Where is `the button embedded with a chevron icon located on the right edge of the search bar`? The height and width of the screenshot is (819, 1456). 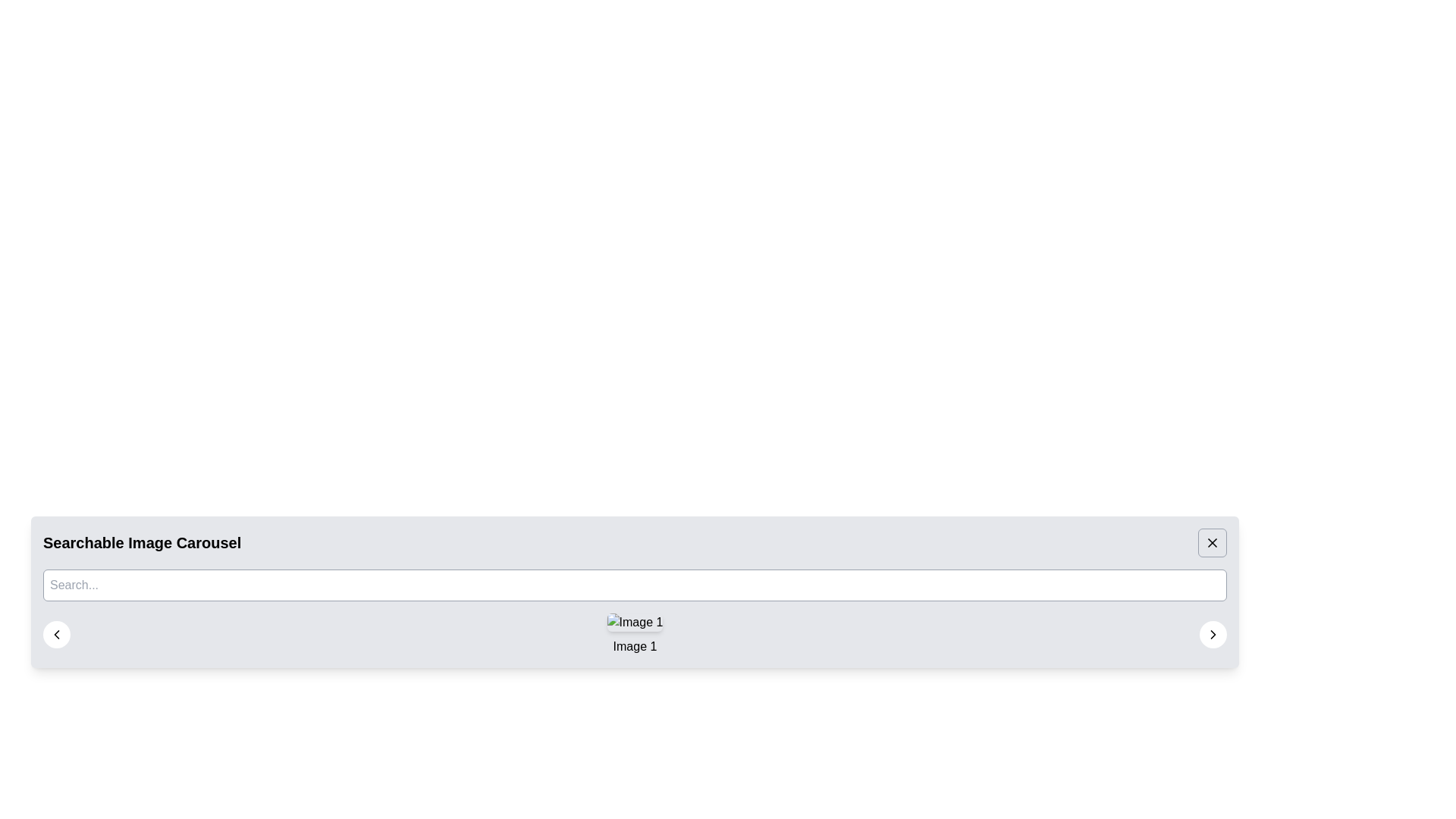
the button embedded with a chevron icon located on the right edge of the search bar is located at coordinates (1212, 635).